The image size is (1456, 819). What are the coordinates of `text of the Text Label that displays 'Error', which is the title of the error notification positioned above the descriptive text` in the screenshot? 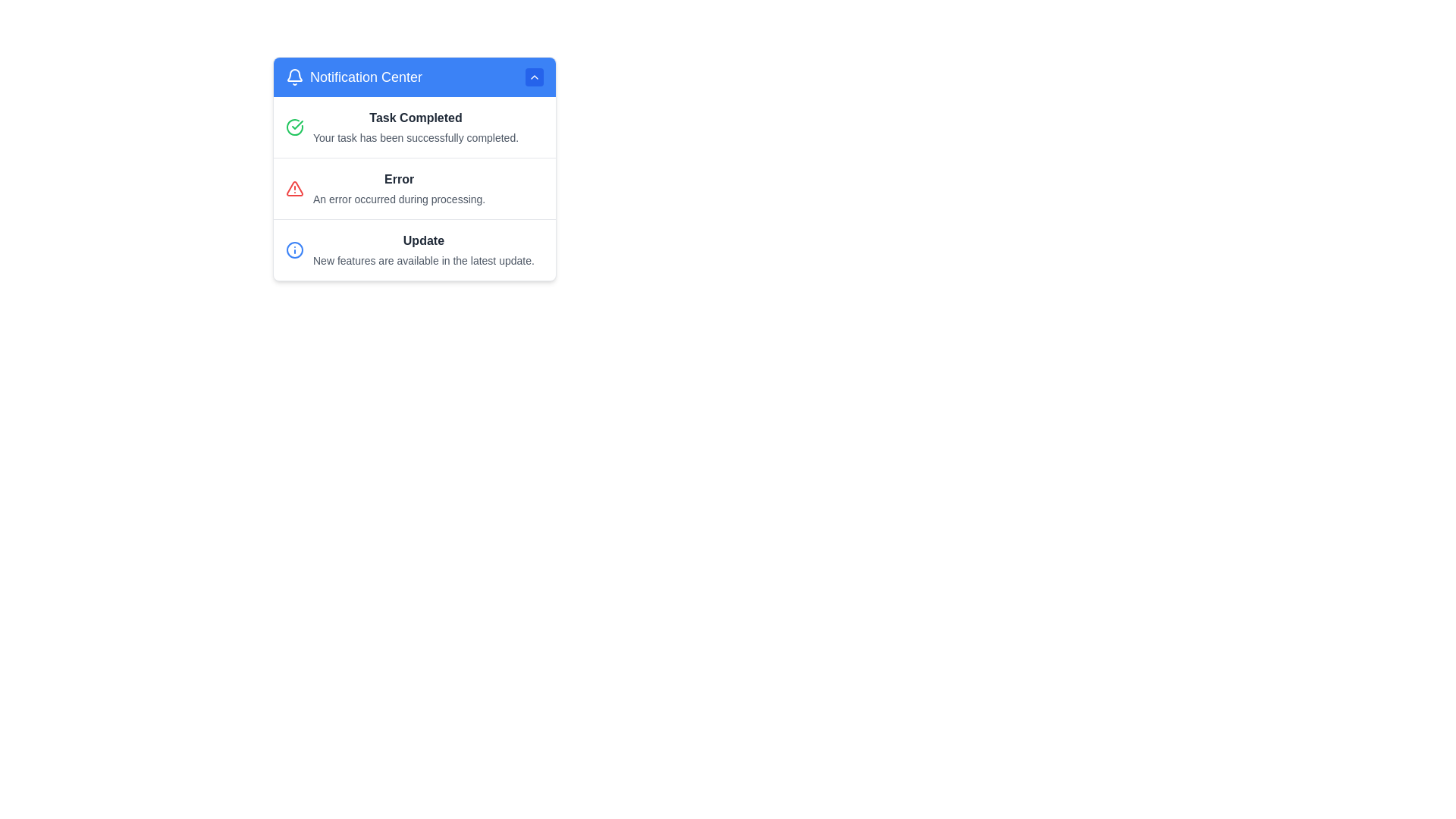 It's located at (399, 178).